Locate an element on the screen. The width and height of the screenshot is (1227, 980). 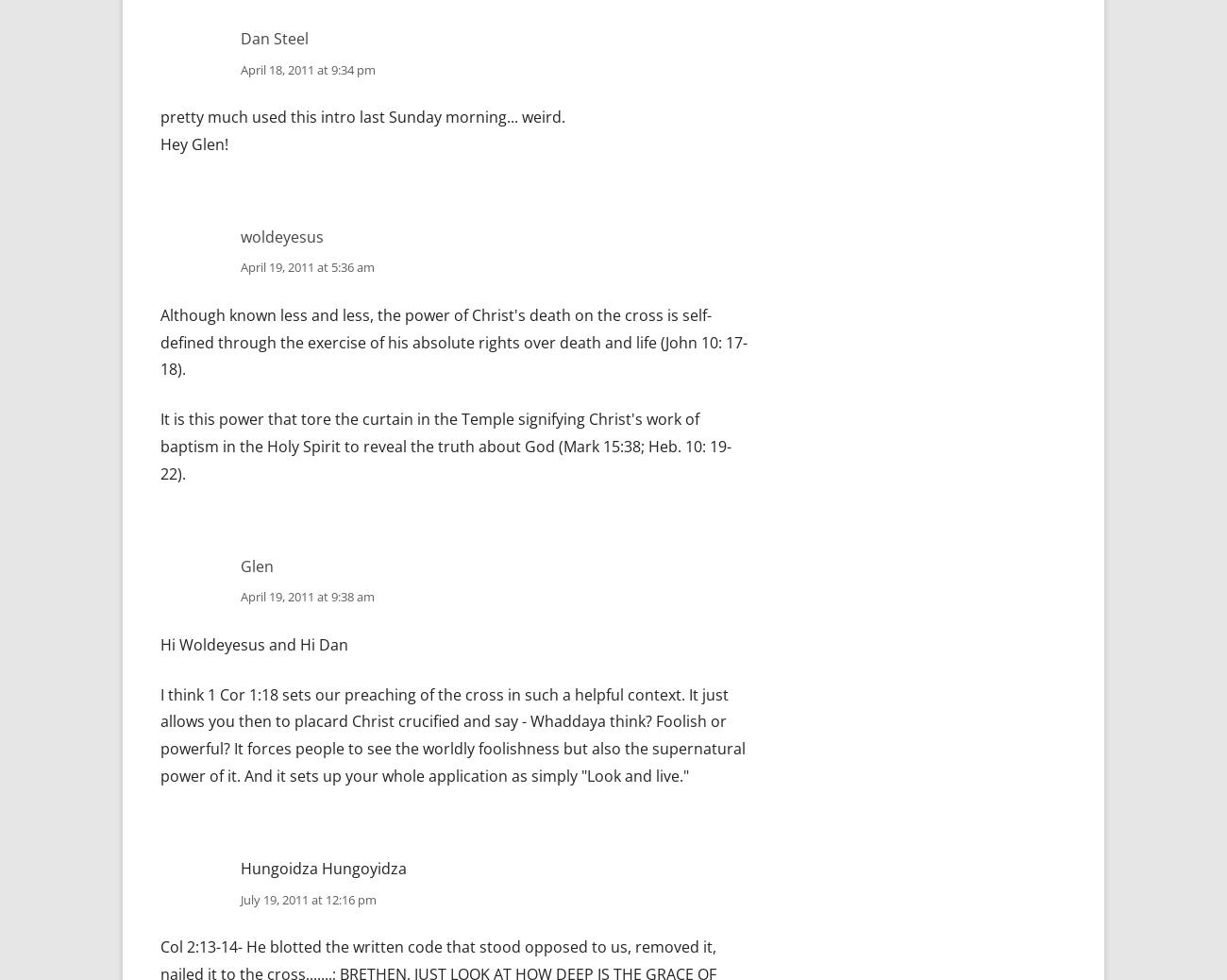
'pretty much used this intro last Sunday morning... weird.' is located at coordinates (362, 115).